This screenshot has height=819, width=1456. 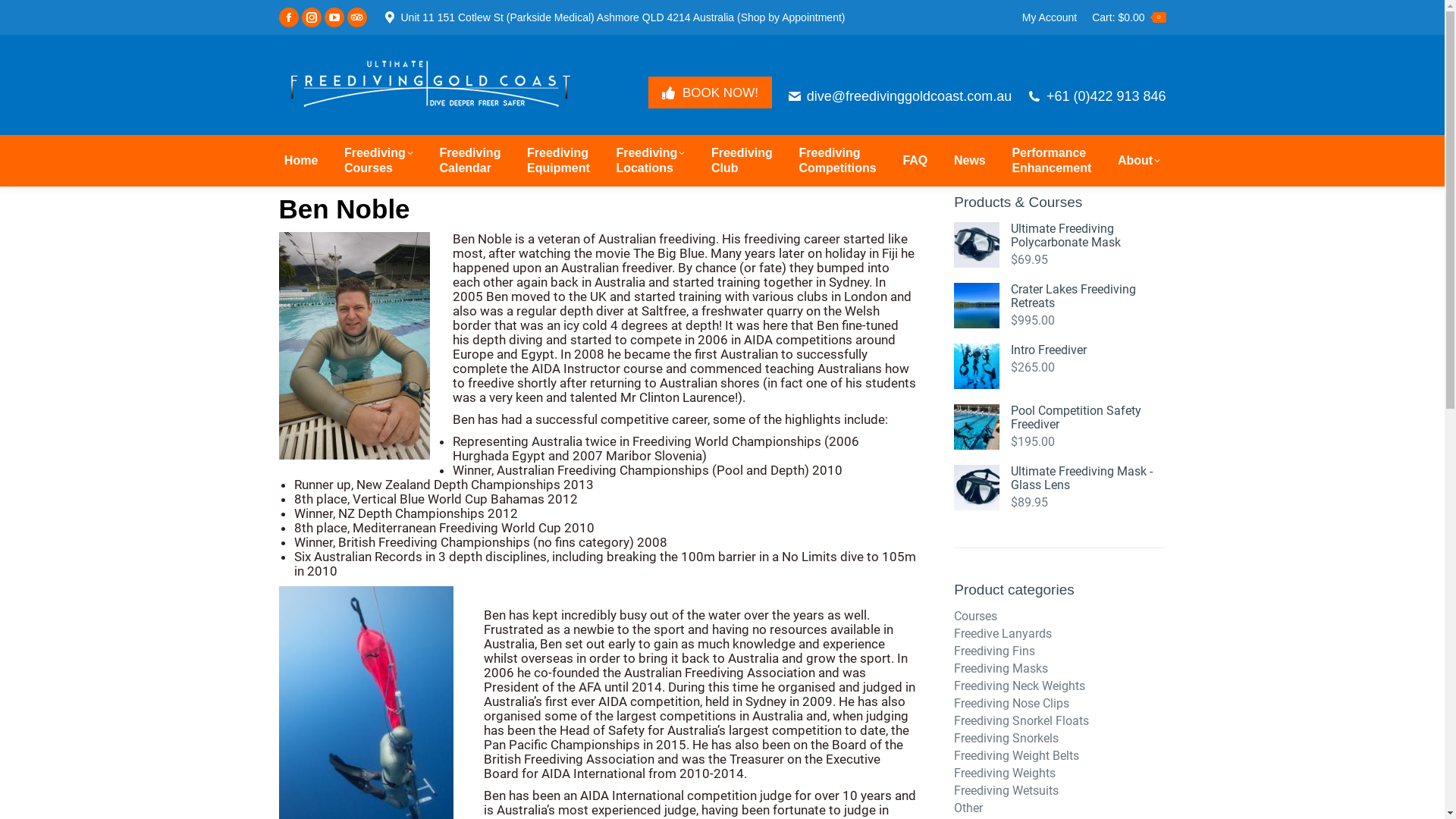 What do you see at coordinates (1021, 720) in the screenshot?
I see `'Freediving Snorkel Floats'` at bounding box center [1021, 720].